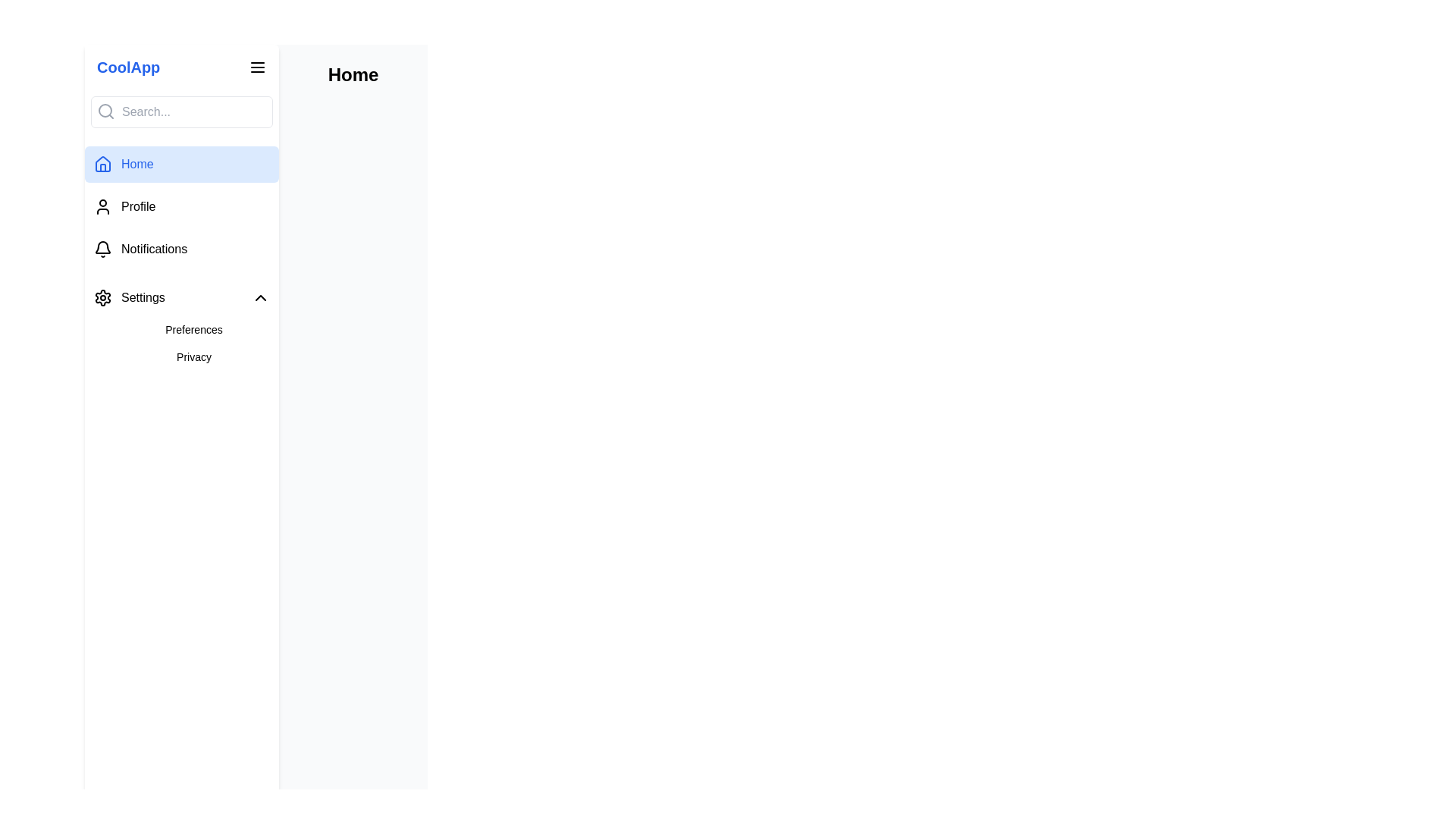 The height and width of the screenshot is (819, 1456). What do you see at coordinates (154, 248) in the screenshot?
I see `the notifications text label` at bounding box center [154, 248].